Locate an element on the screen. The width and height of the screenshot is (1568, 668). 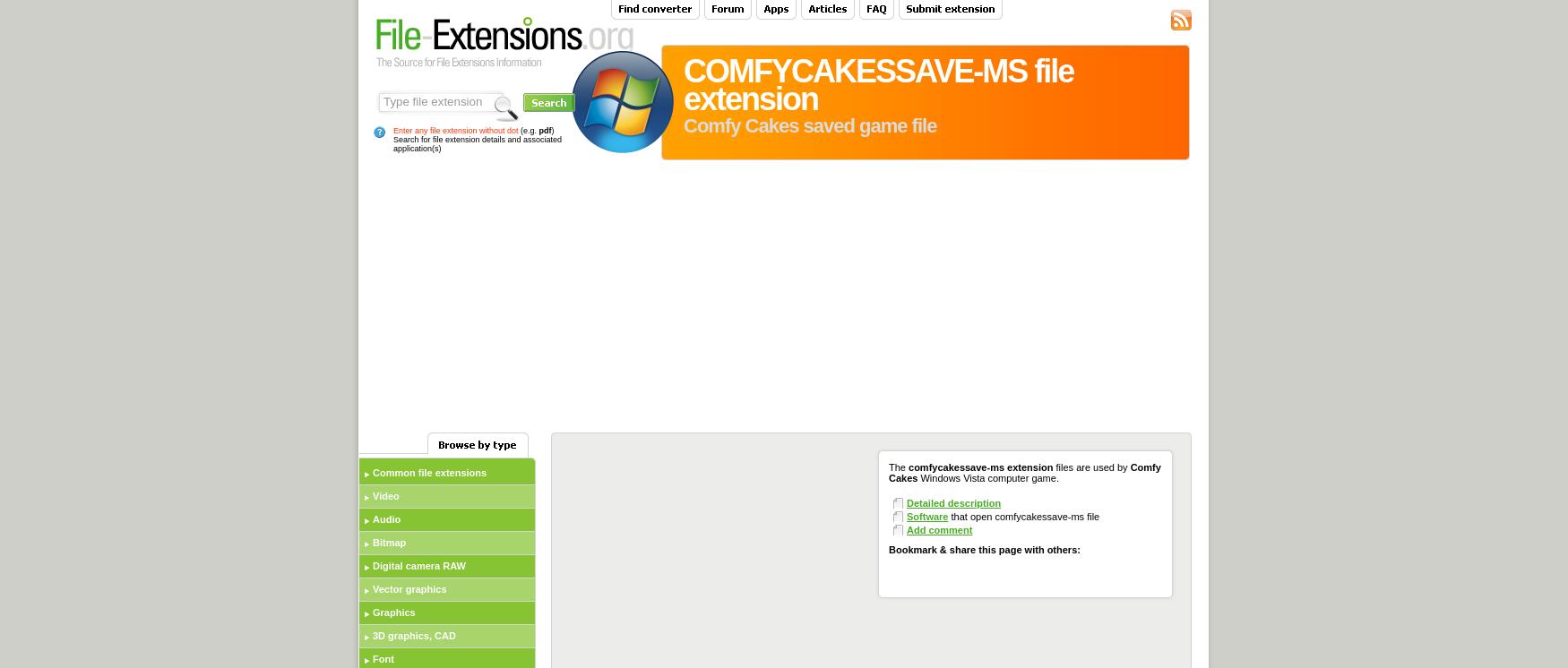
'Bookmark & share this page with others:' is located at coordinates (984, 550).